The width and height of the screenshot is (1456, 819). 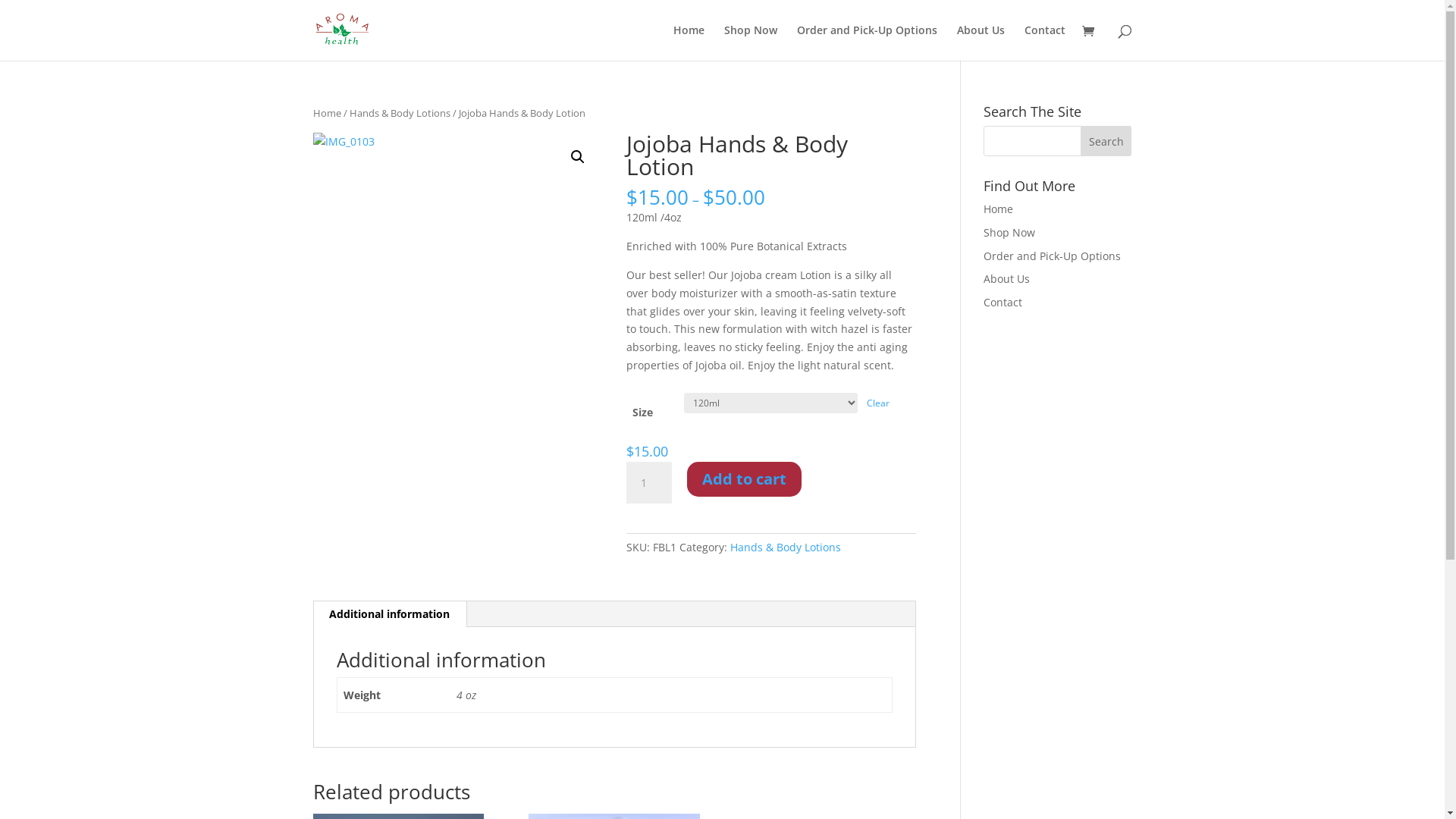 I want to click on 'Hands & Body Lotions', so click(x=399, y=112).